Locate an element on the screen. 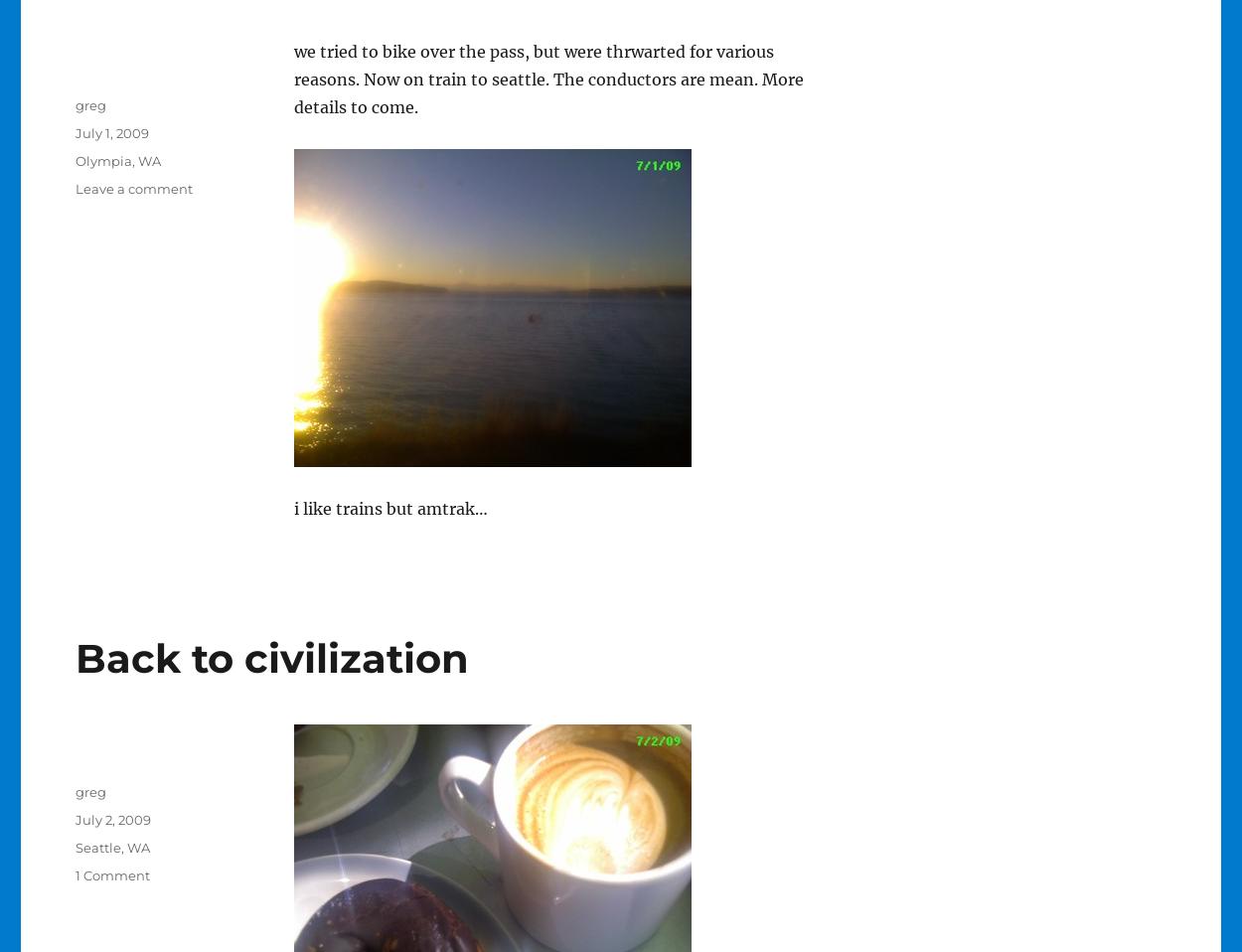  '1 Comment' is located at coordinates (110, 874).